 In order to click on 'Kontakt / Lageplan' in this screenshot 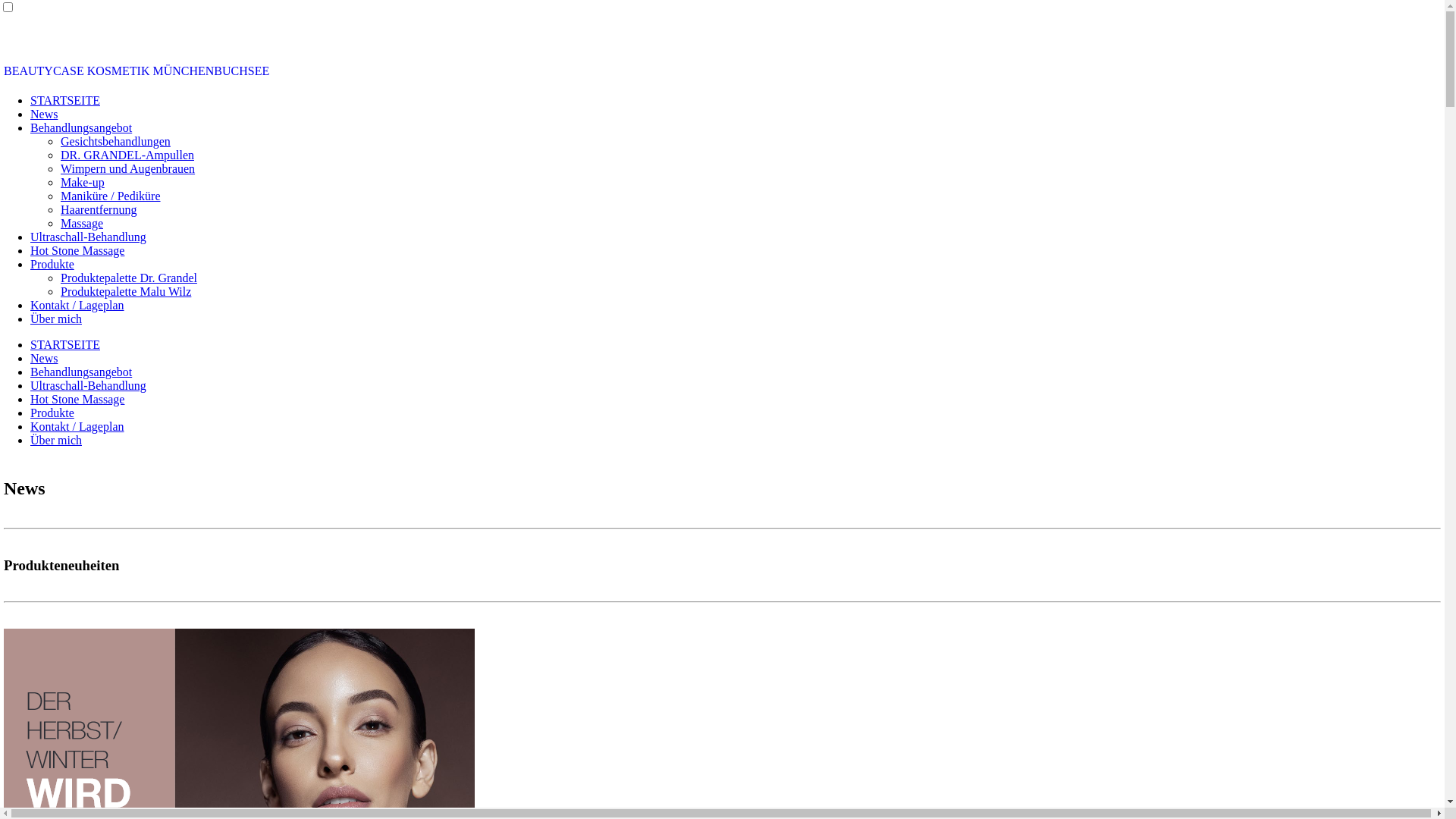, I will do `click(76, 426)`.